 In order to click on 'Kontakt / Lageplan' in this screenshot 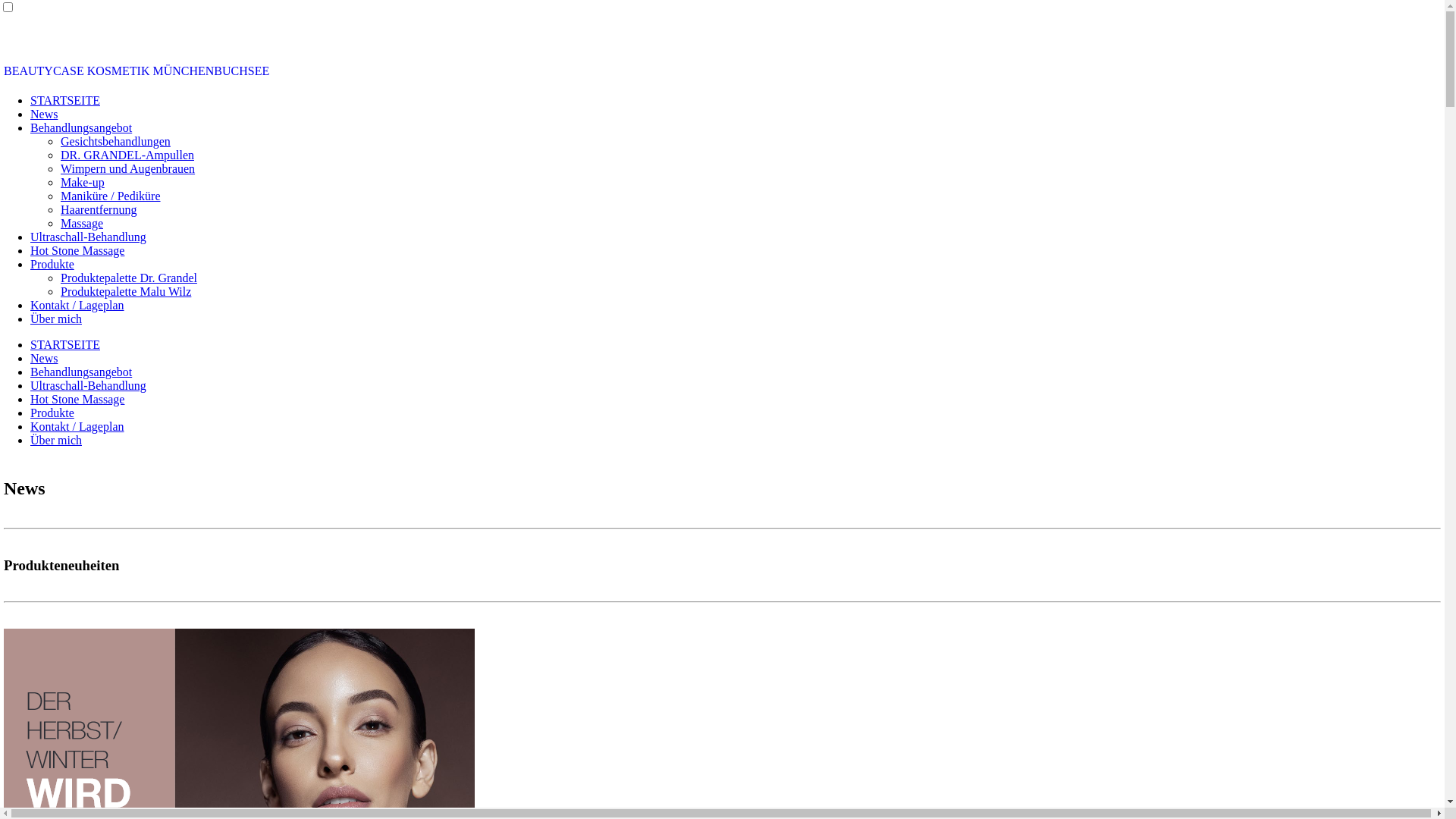, I will do `click(76, 426)`.